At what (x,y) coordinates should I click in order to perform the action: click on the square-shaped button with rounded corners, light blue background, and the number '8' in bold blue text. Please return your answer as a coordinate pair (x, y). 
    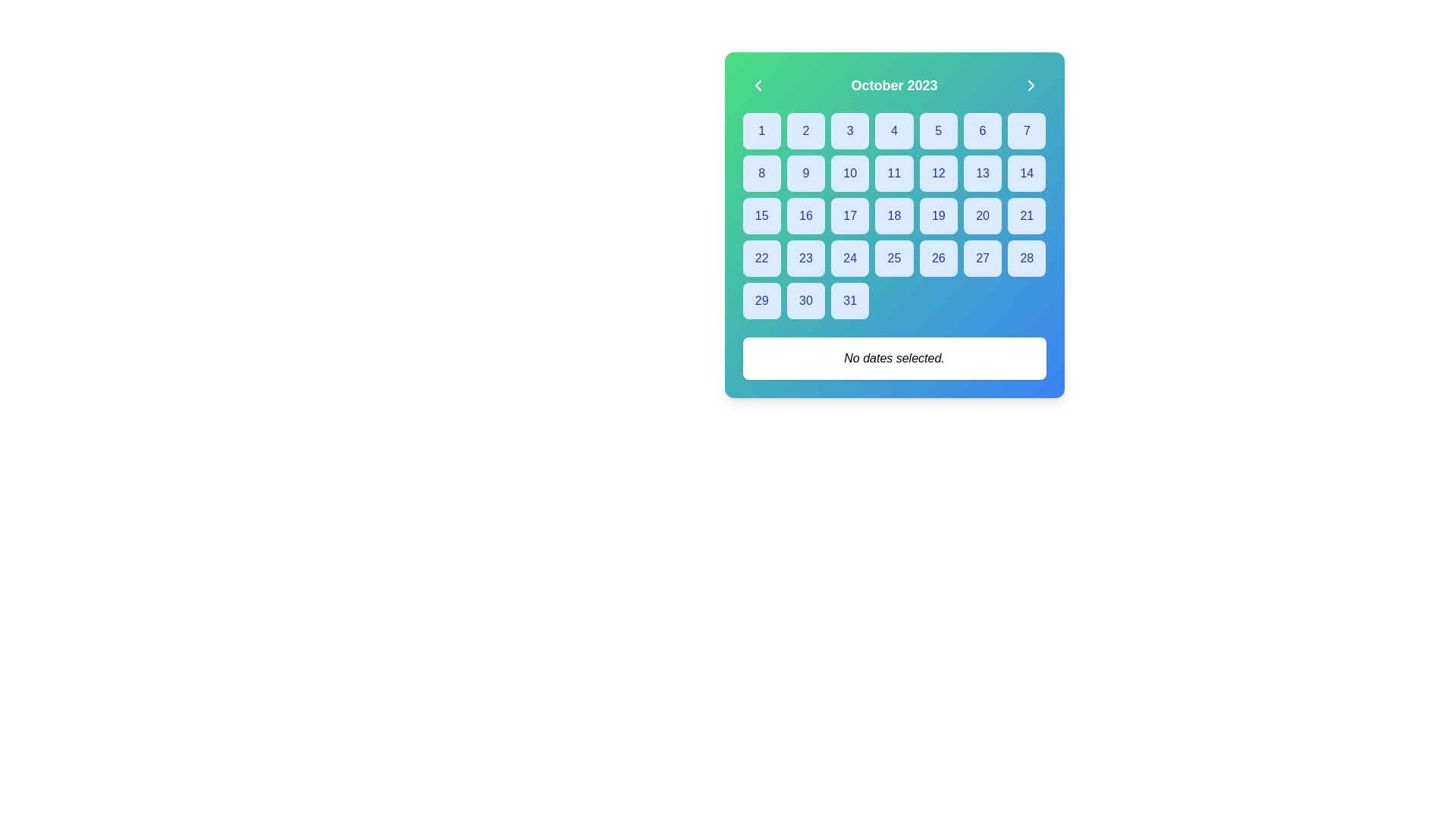
    Looking at the image, I should click on (761, 172).